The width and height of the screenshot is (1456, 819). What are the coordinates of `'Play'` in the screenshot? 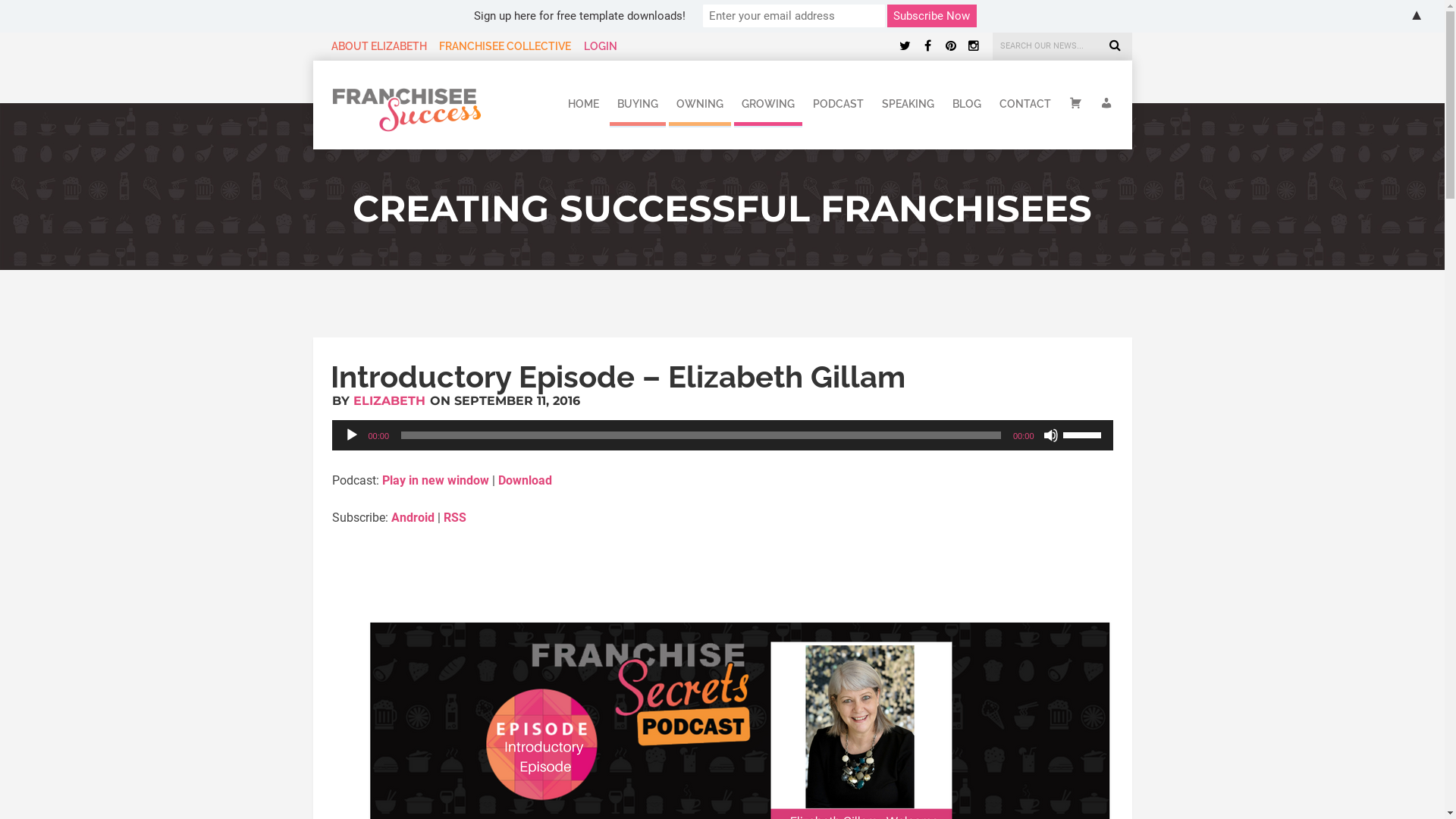 It's located at (351, 435).